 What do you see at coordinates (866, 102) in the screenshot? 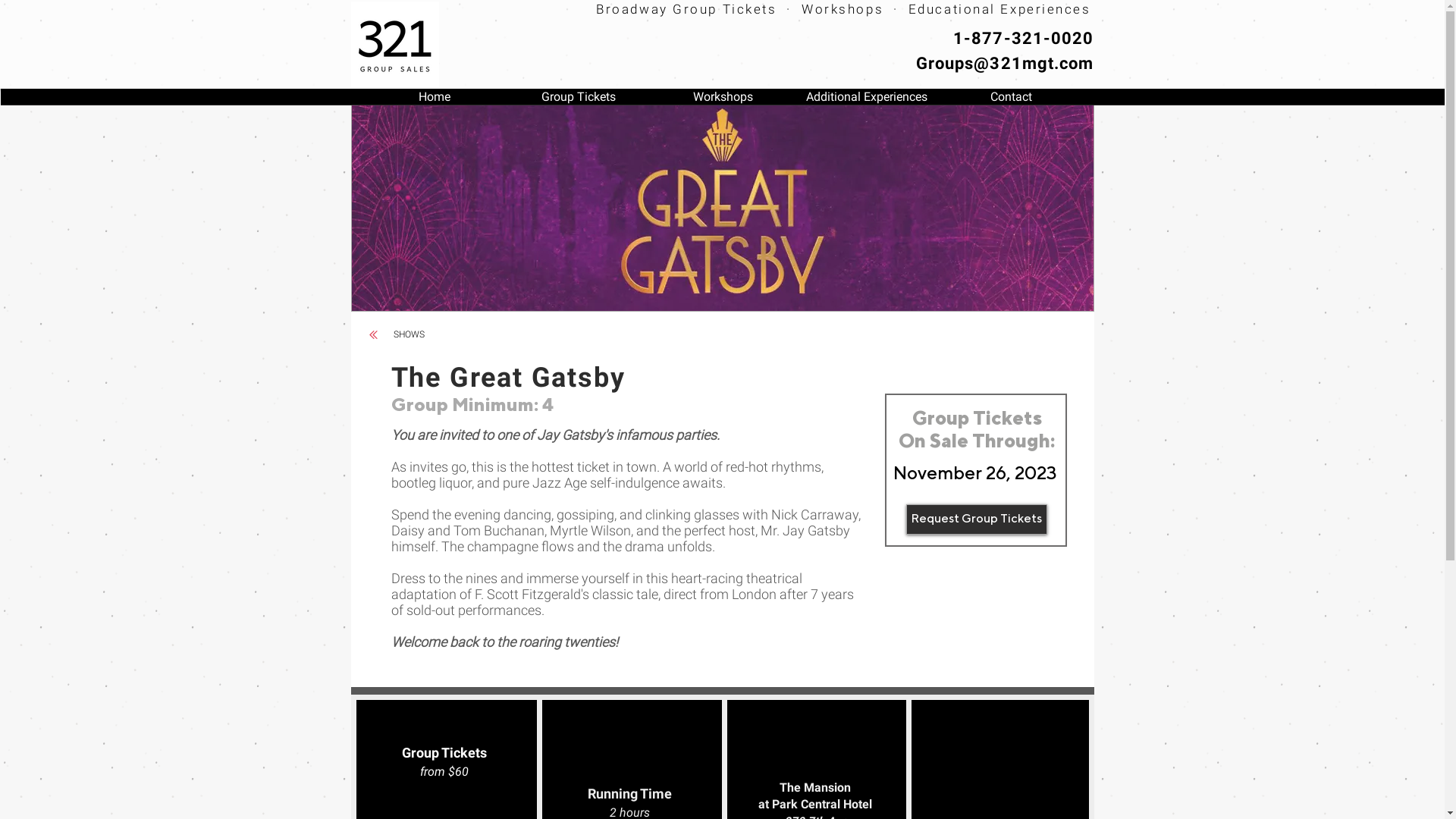
I see `'Additional Experiences'` at bounding box center [866, 102].